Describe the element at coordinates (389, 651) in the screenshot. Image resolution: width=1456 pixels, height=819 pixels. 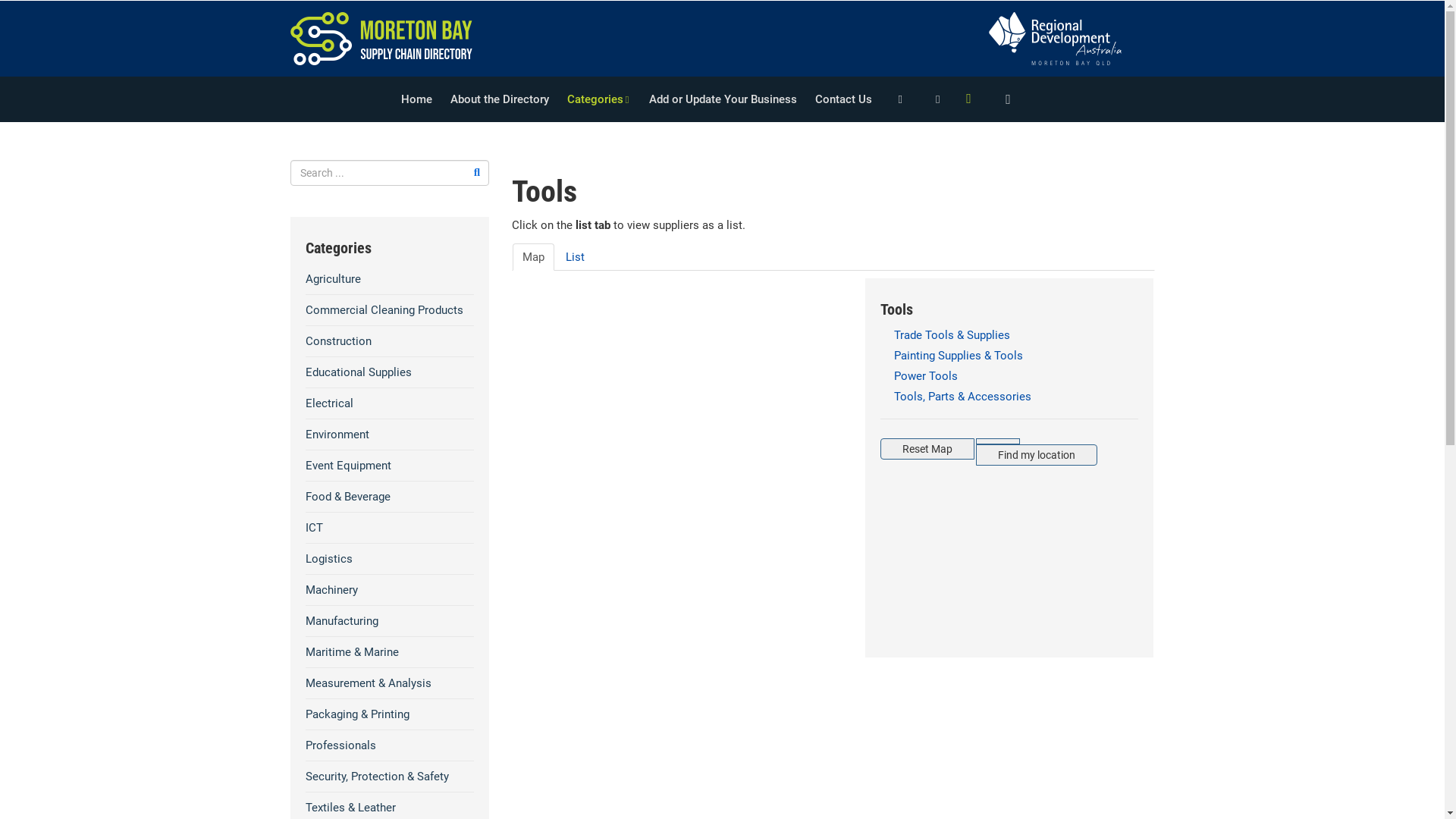
I see `'Maritime & Marine'` at that location.